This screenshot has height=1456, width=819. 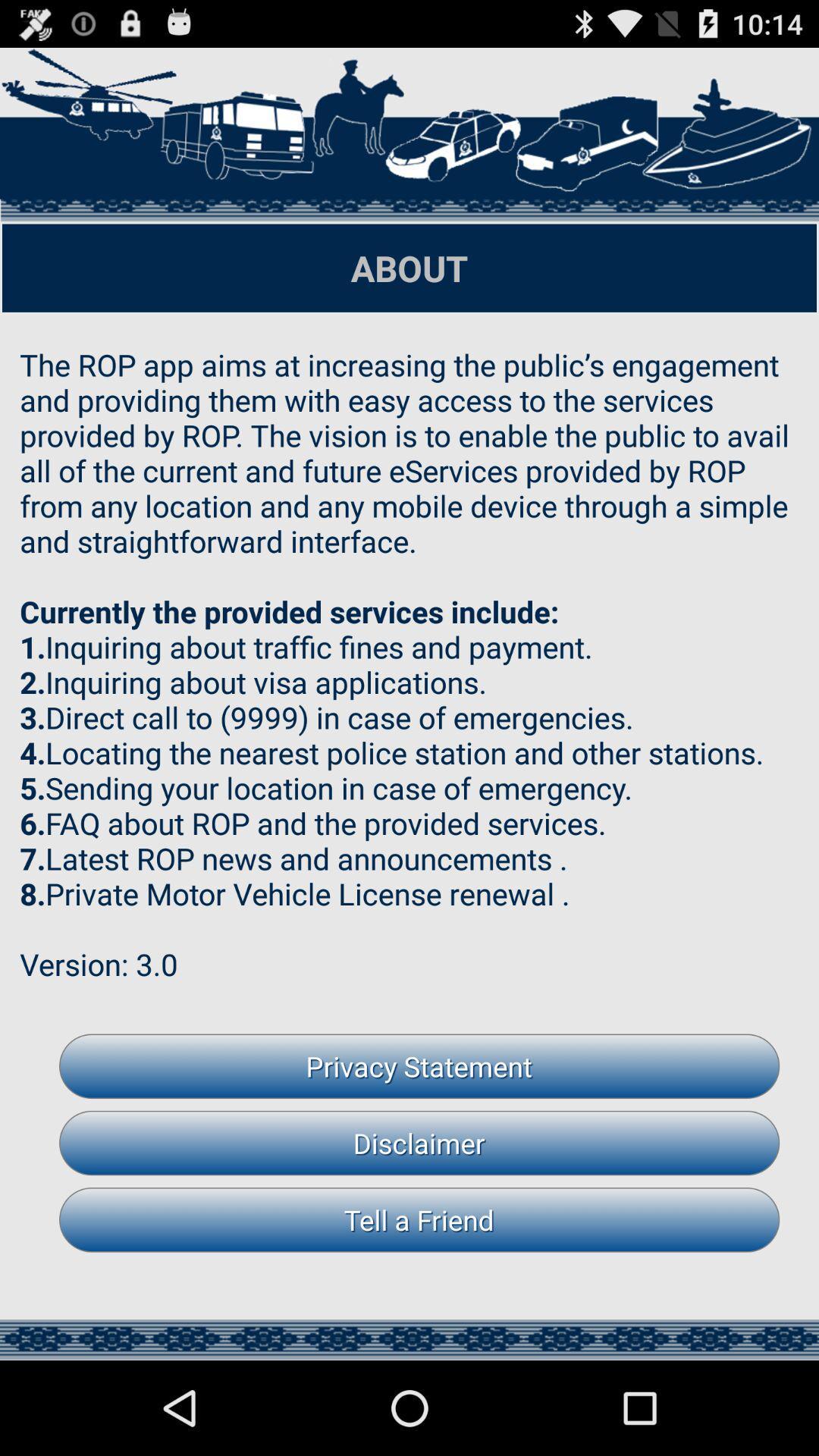 I want to click on disclaimer button, so click(x=419, y=1143).